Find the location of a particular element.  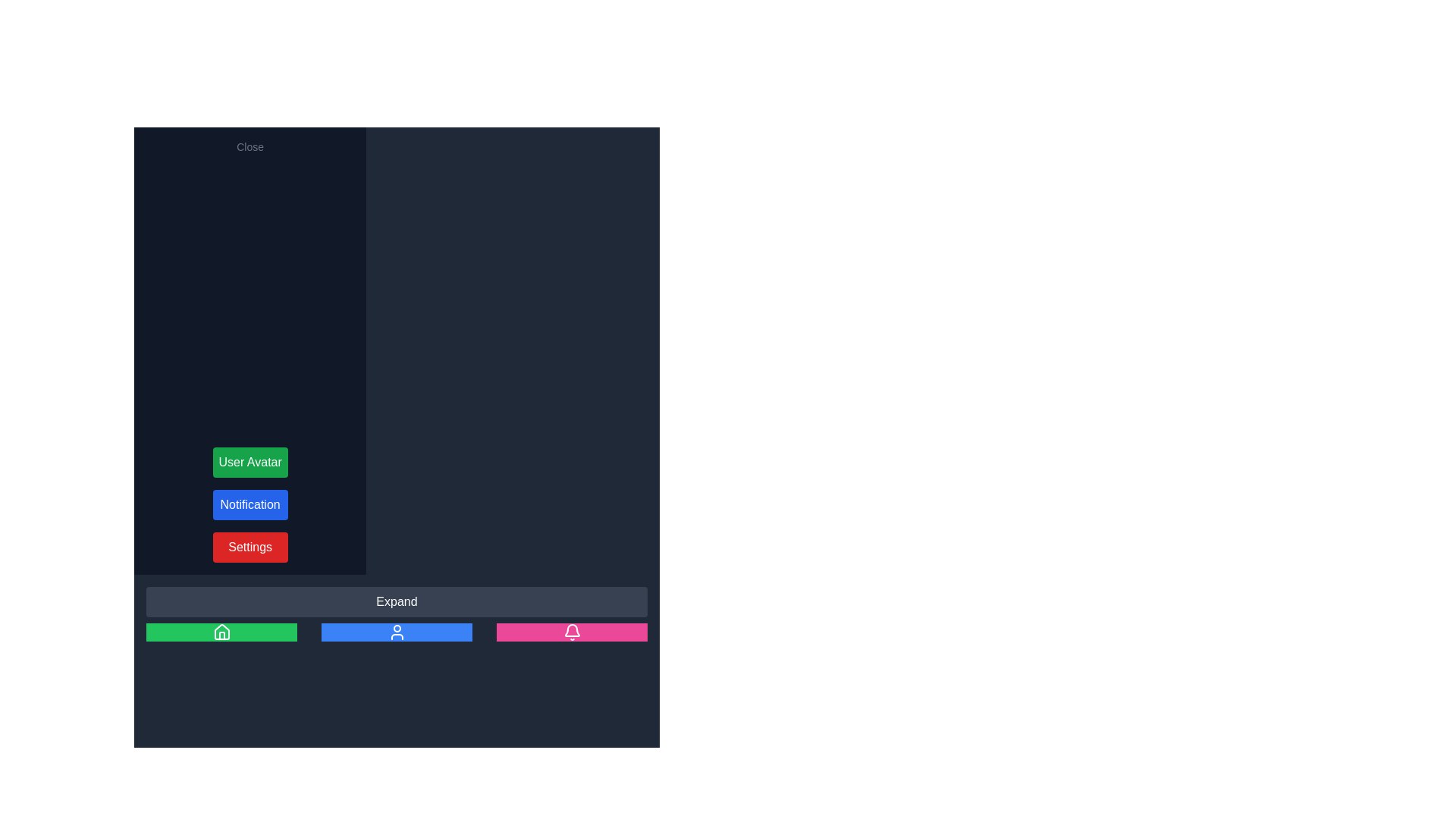

the navigation button at the bottom-center of the interface is located at coordinates (221, 632).